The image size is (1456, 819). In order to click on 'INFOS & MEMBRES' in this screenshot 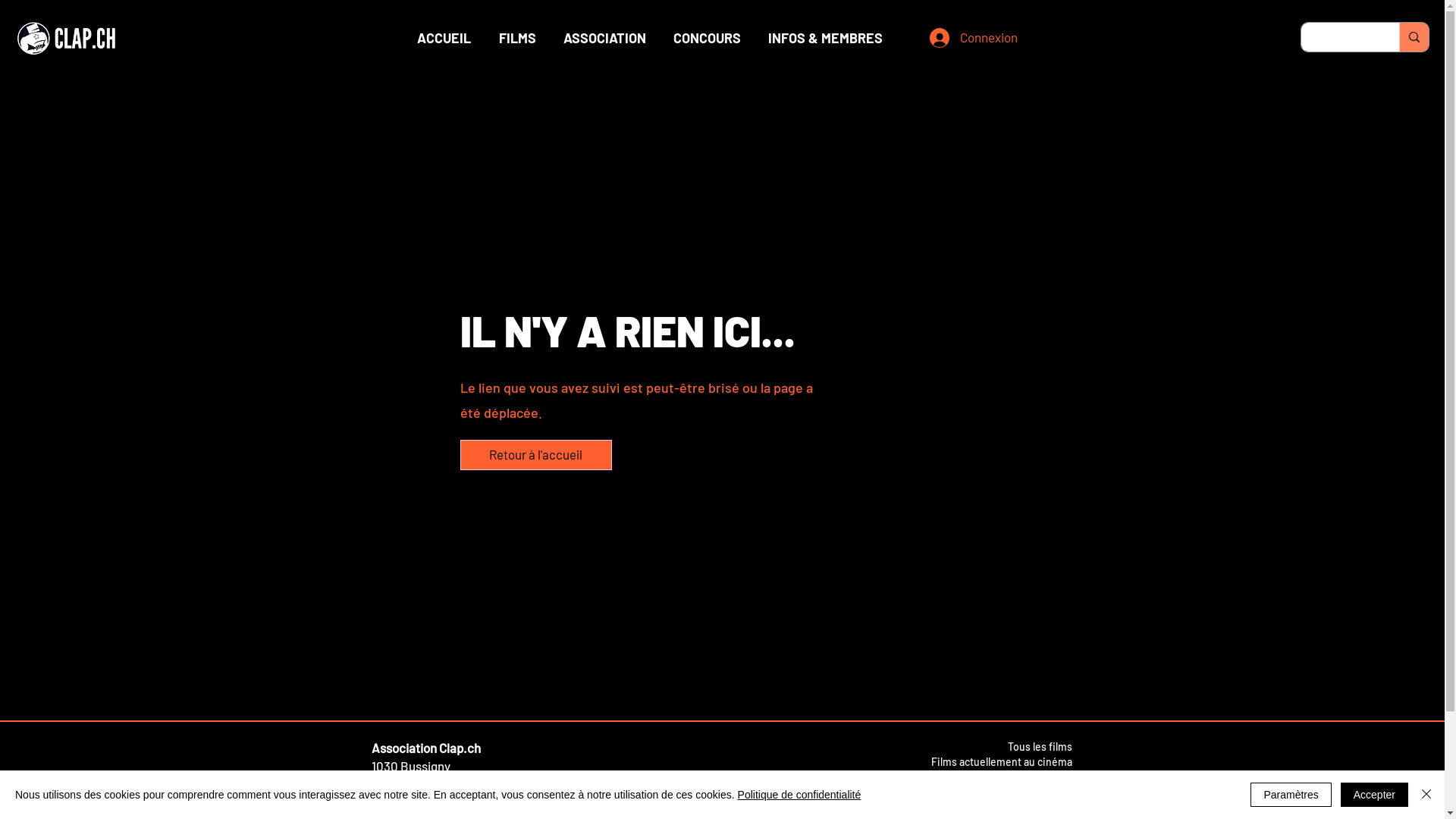, I will do `click(824, 37)`.